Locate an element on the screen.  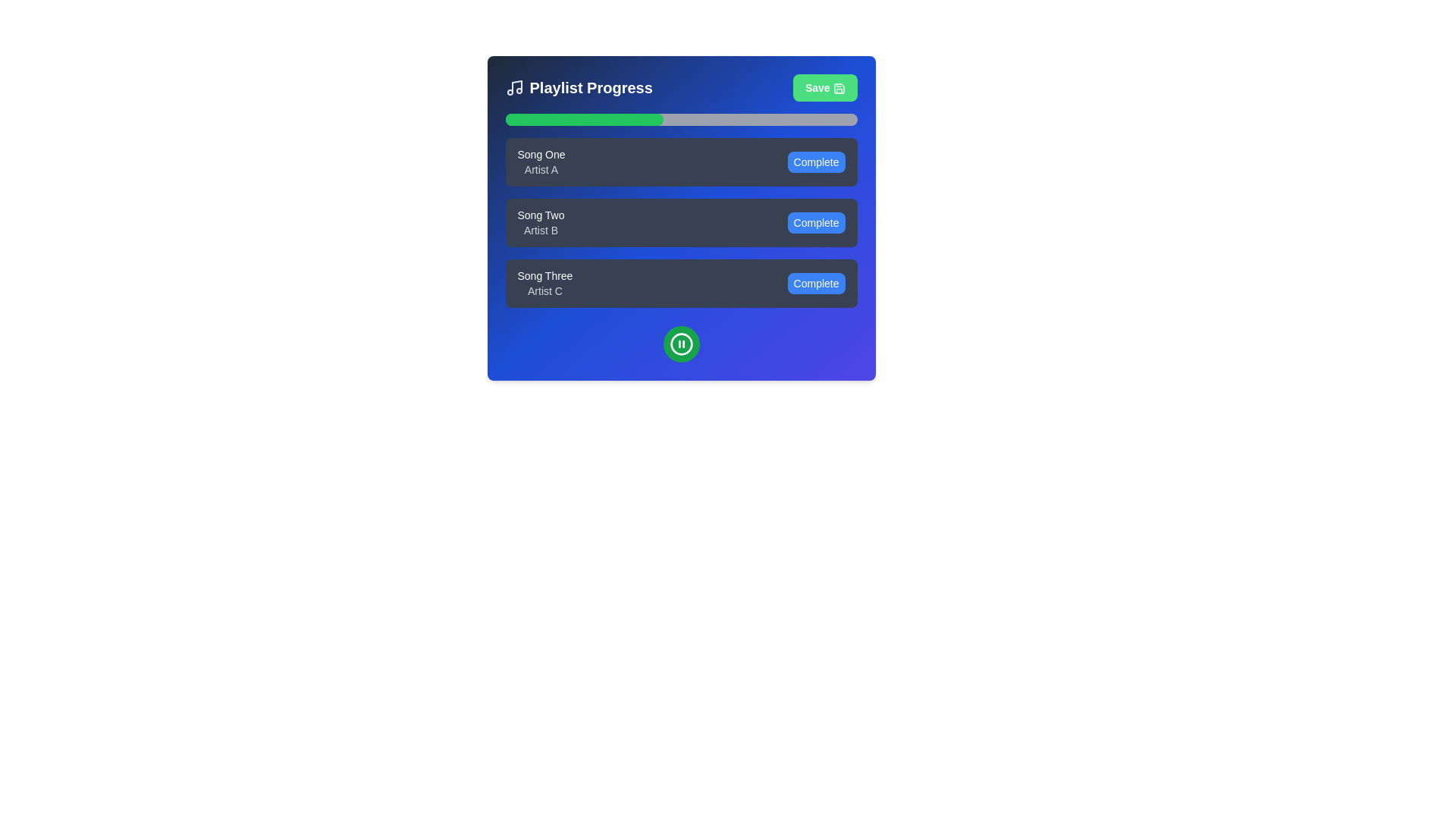
the 'Complete' button, which is a rectangular button with a blue background and bold white text, located in the top-right section of the interface for 'Song One' by 'Artist A' is located at coordinates (815, 162).